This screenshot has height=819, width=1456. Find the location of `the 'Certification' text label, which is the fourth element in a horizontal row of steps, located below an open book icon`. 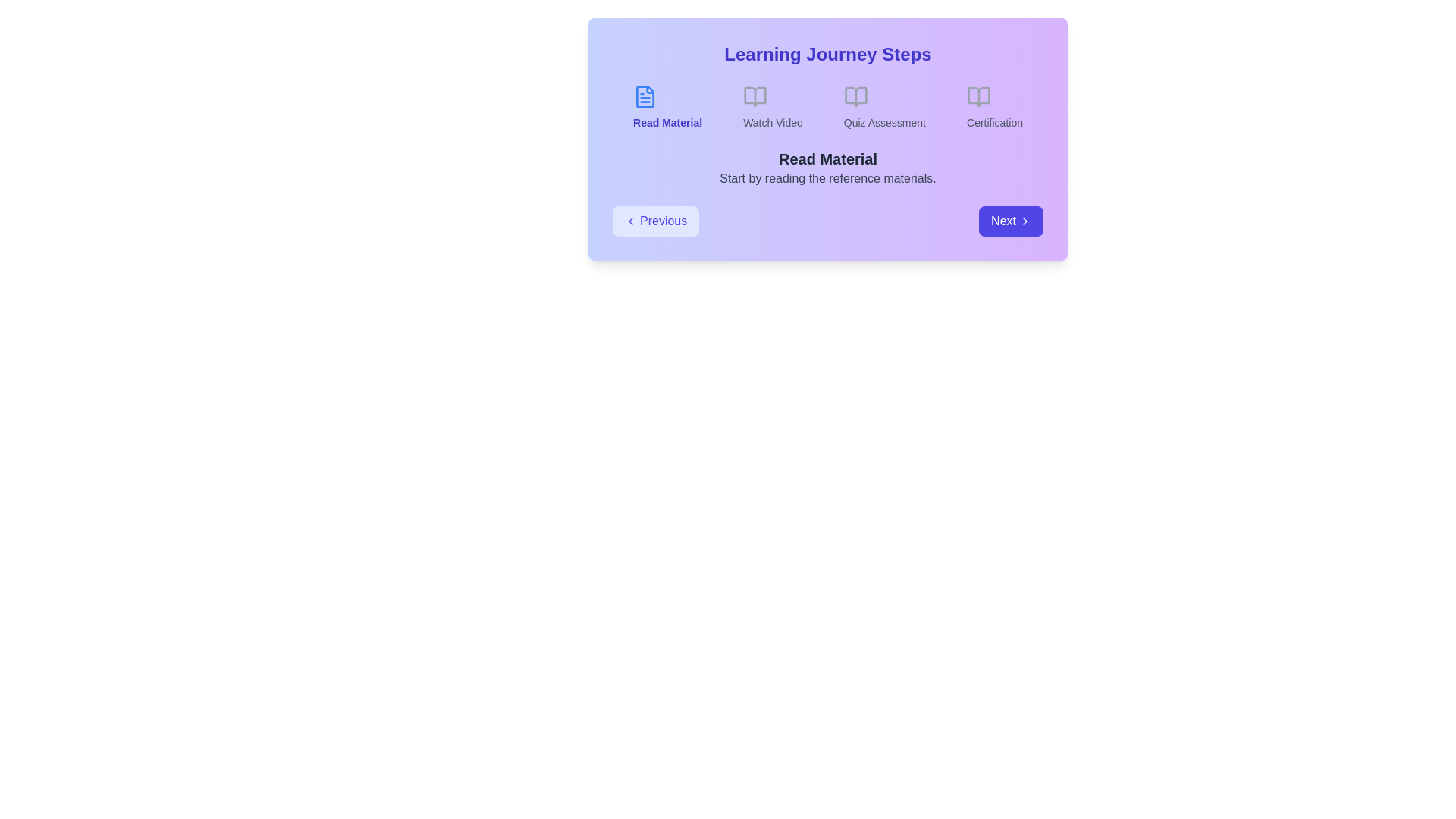

the 'Certification' text label, which is the fourth element in a horizontal row of steps, located below an open book icon is located at coordinates (994, 122).